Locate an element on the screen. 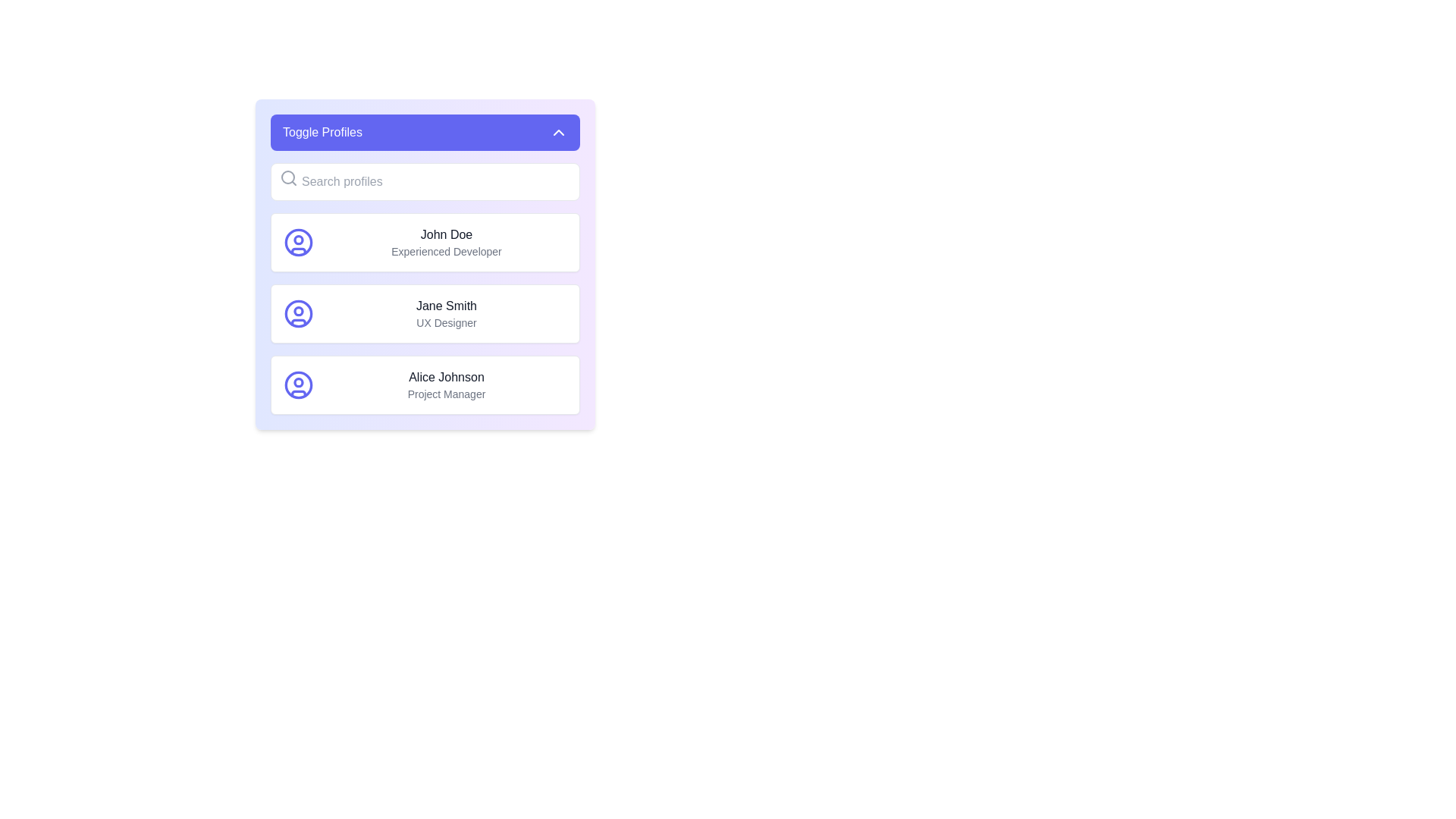 Image resolution: width=1456 pixels, height=819 pixels. the text label displaying 'Project Manager' located beneath the name 'Alice Johnson' in the profile entry is located at coordinates (446, 394).